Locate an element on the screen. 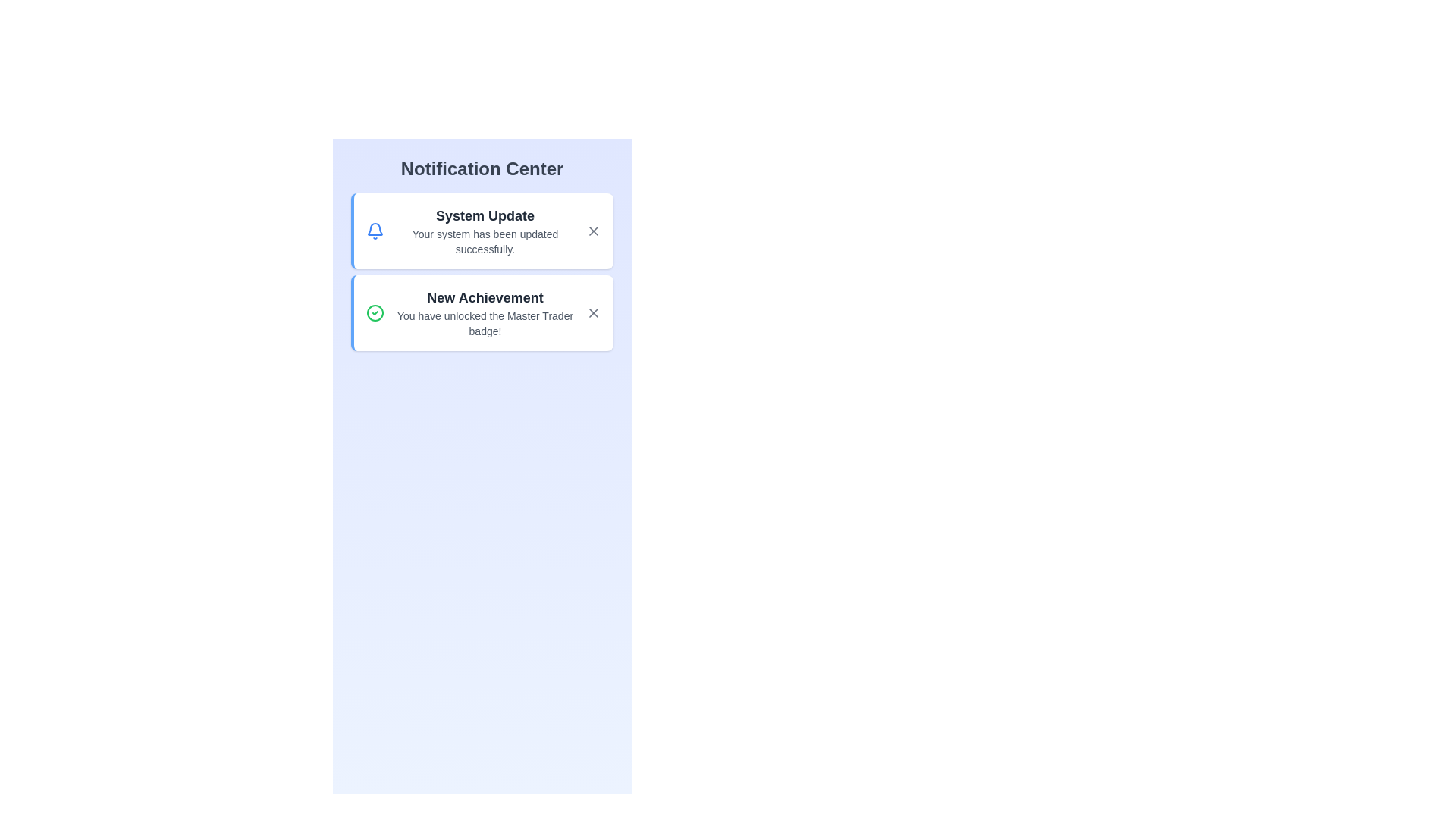  the gray diagonal cross icon ("X") within the second notification card titled "New Achievement" is located at coordinates (592, 312).